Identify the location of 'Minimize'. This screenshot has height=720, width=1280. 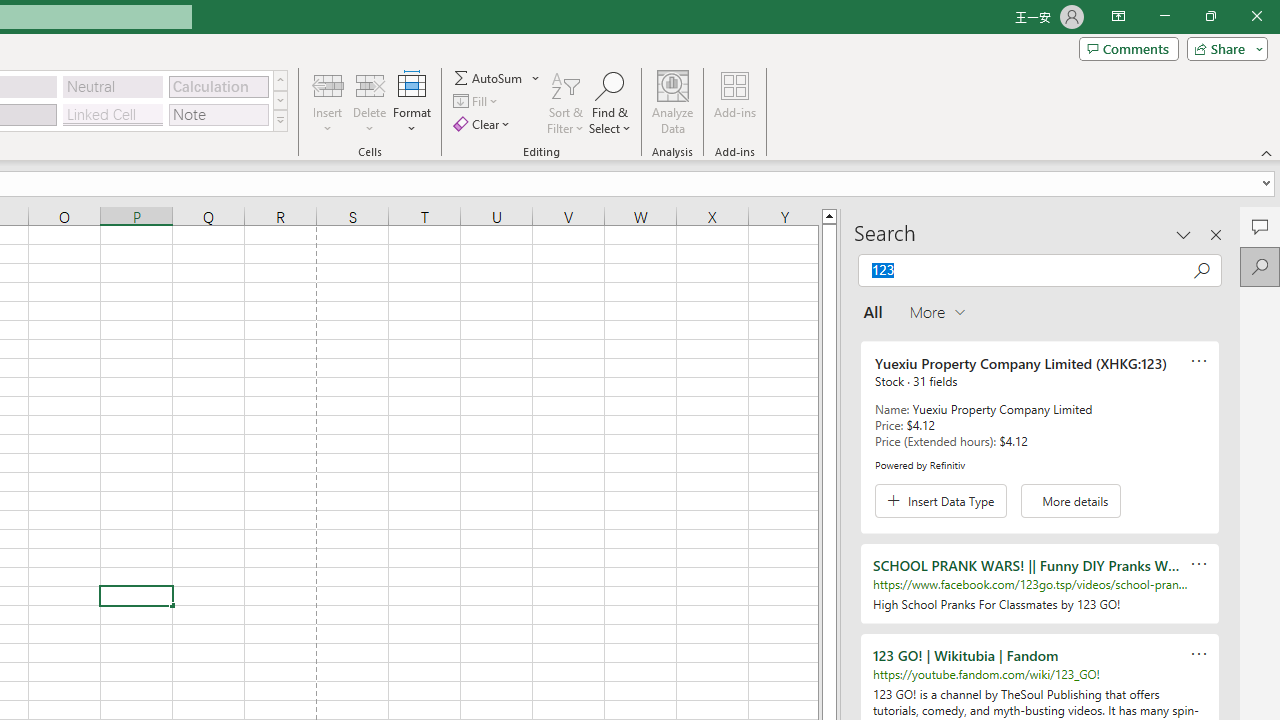
(1164, 16).